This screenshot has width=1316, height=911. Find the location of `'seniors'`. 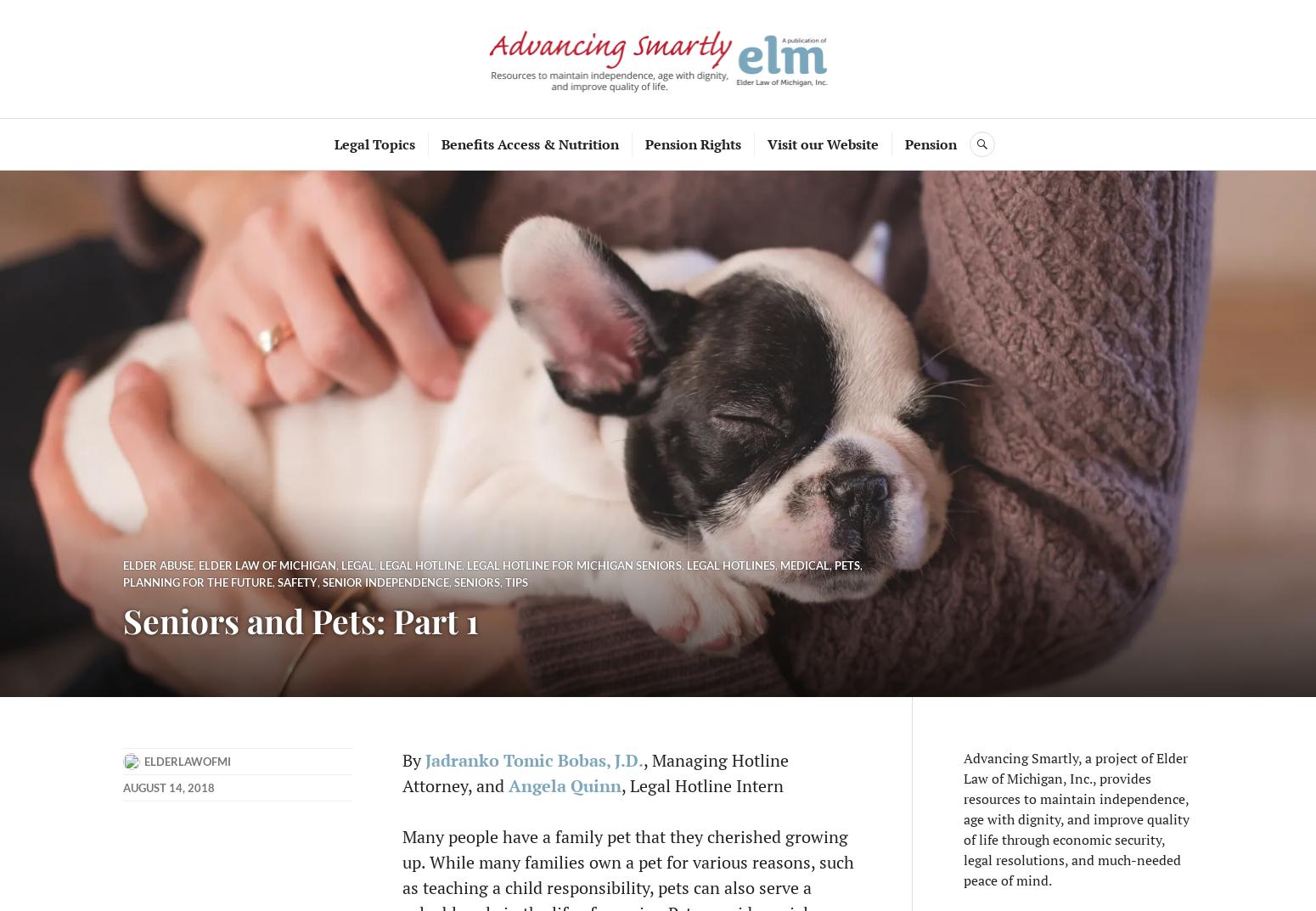

'seniors' is located at coordinates (477, 582).